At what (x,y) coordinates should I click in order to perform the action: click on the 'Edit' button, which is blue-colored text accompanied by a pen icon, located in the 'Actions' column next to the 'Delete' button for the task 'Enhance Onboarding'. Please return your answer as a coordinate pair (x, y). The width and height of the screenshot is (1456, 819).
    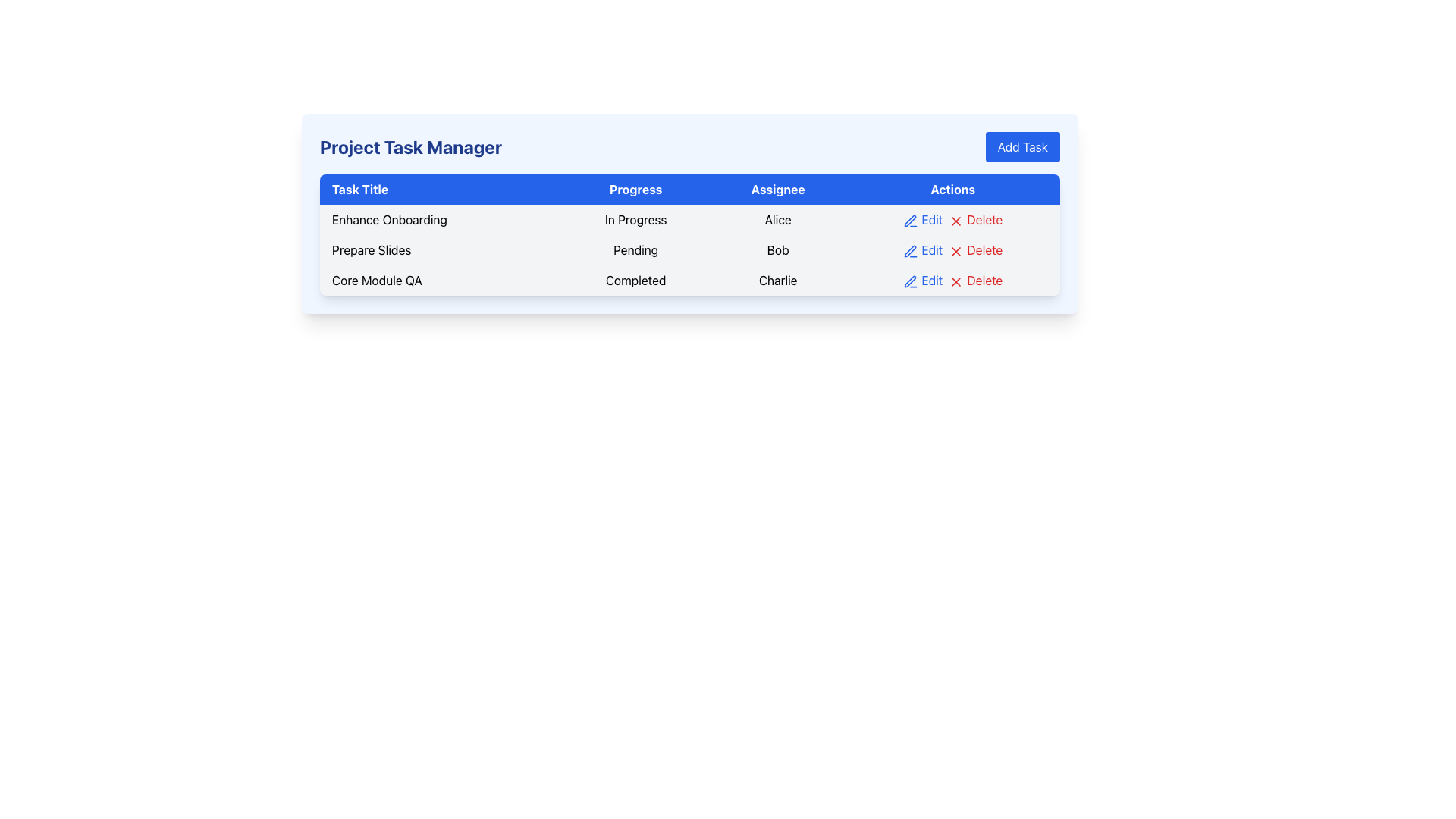
    Looking at the image, I should click on (922, 219).